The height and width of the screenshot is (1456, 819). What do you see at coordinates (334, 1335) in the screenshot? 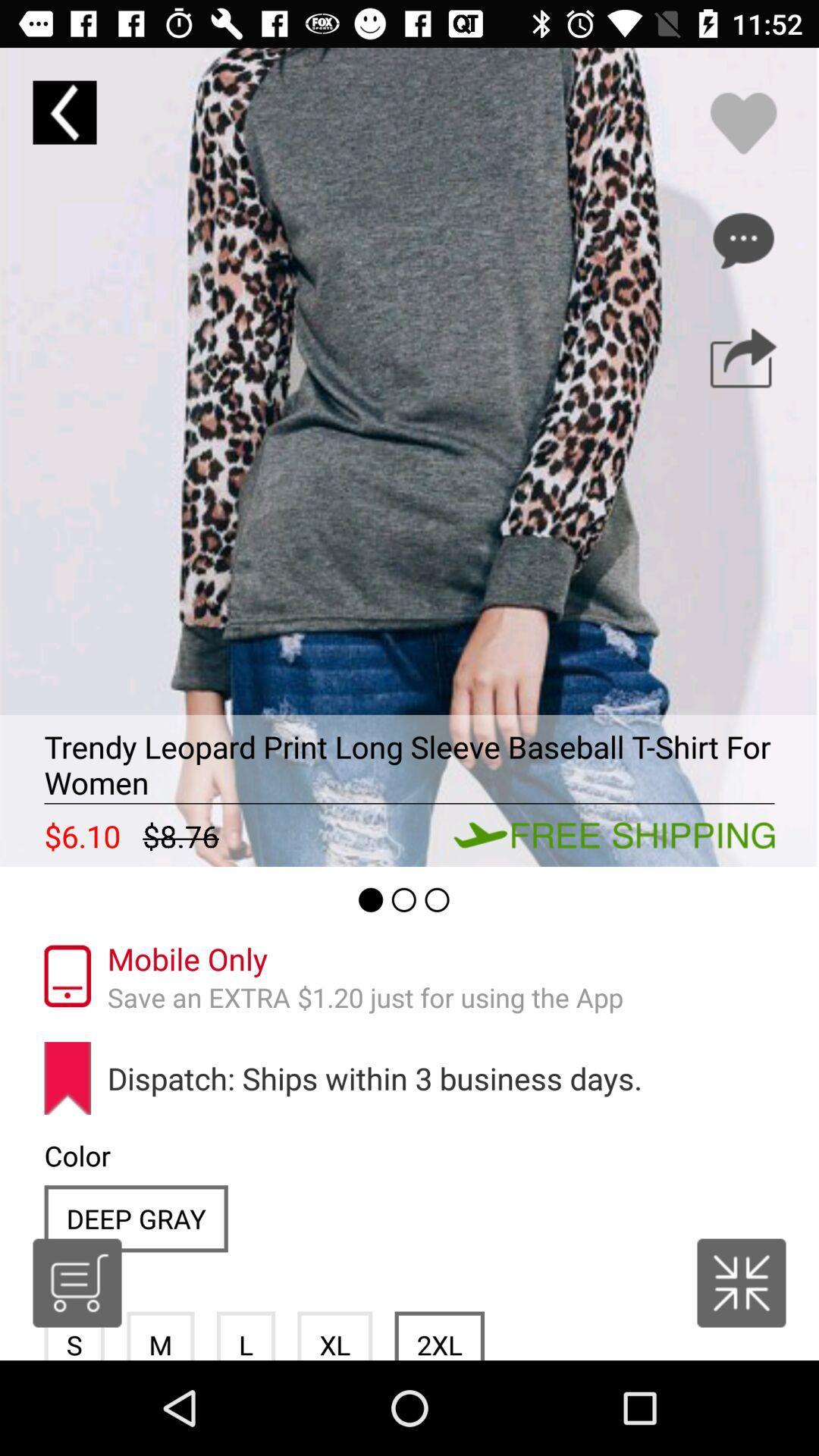
I see `item to the right of the l` at bounding box center [334, 1335].